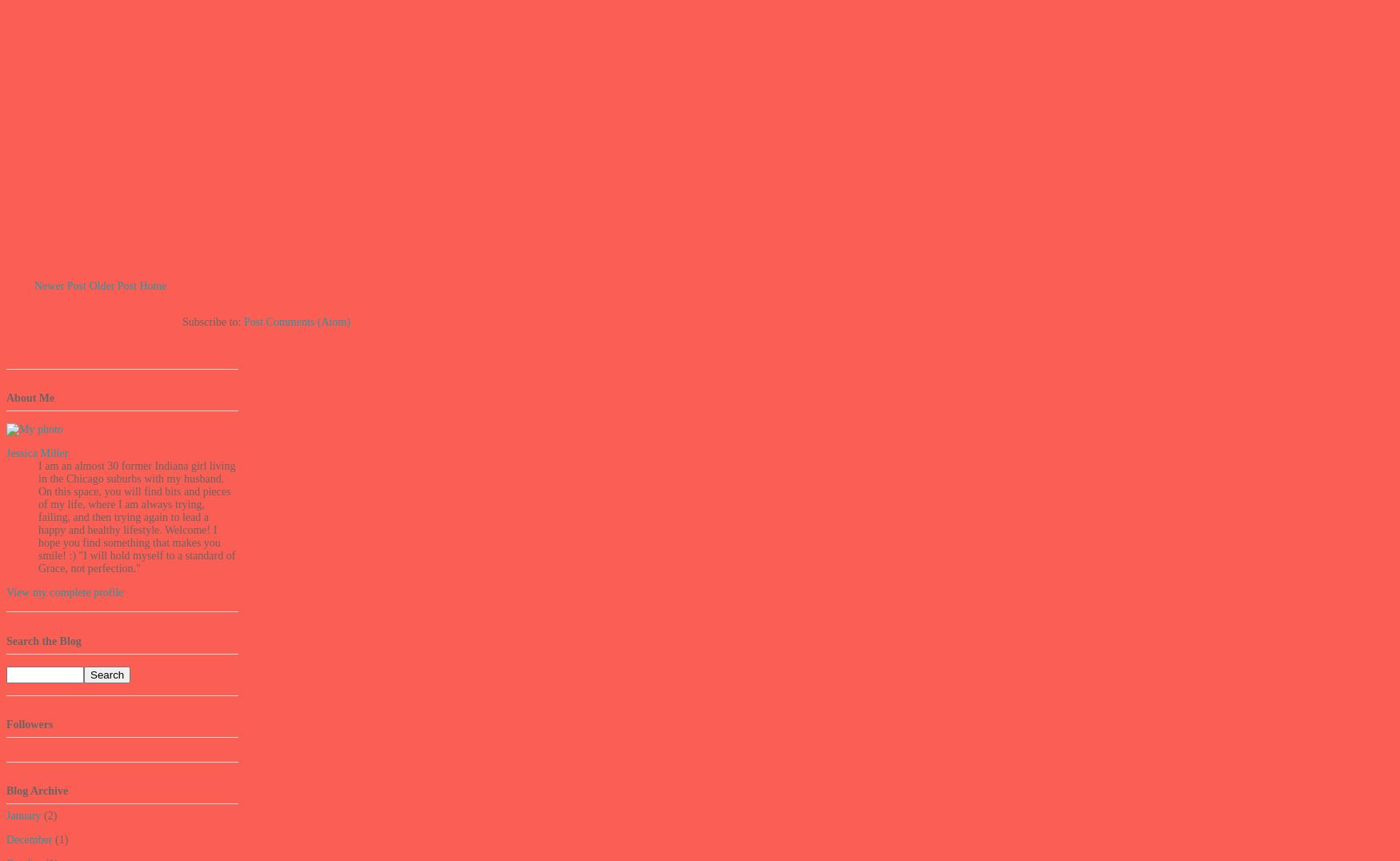 This screenshot has height=861, width=1400. I want to click on 'December', so click(28, 839).